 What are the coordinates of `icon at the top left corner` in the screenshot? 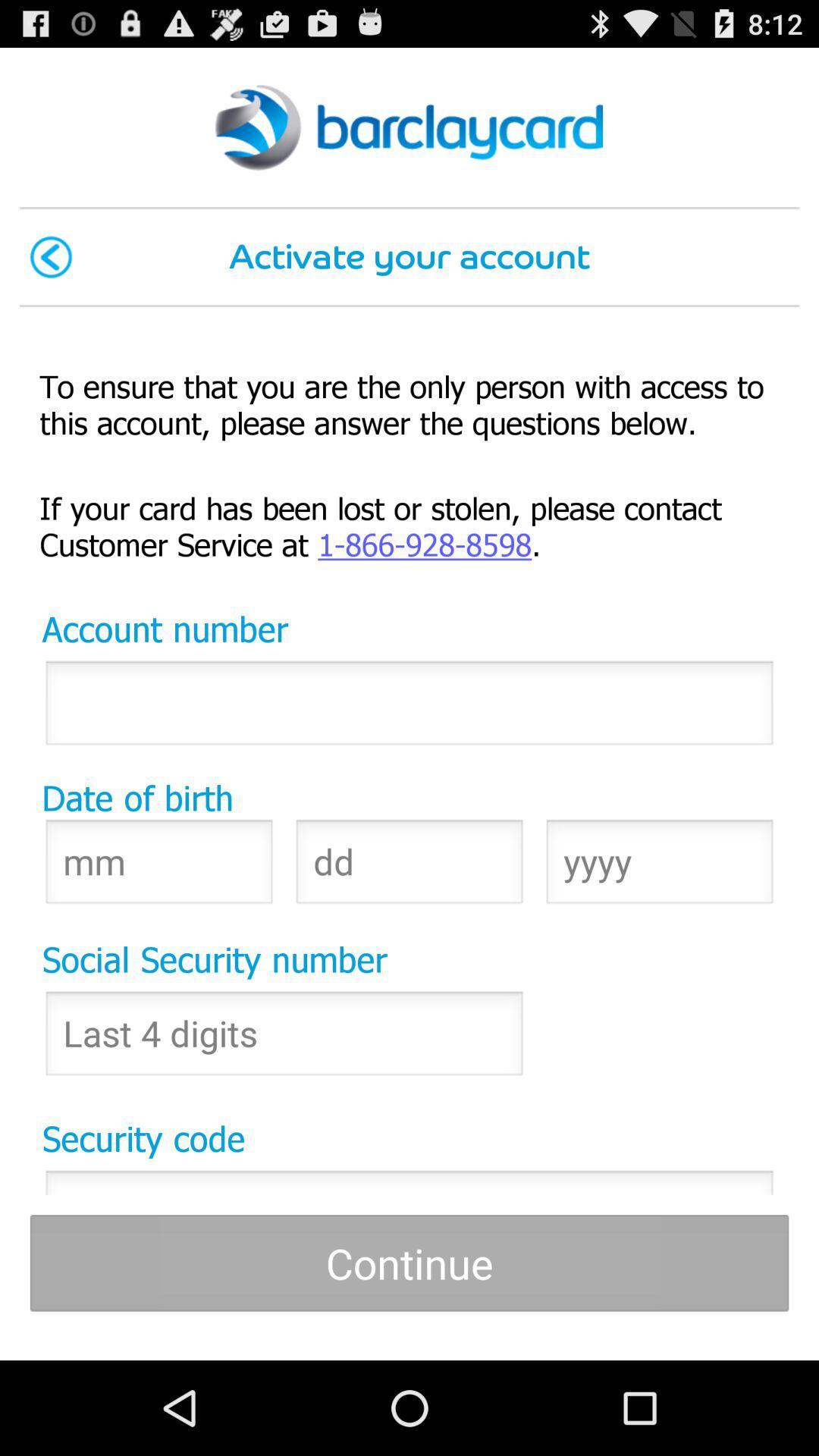 It's located at (50, 257).